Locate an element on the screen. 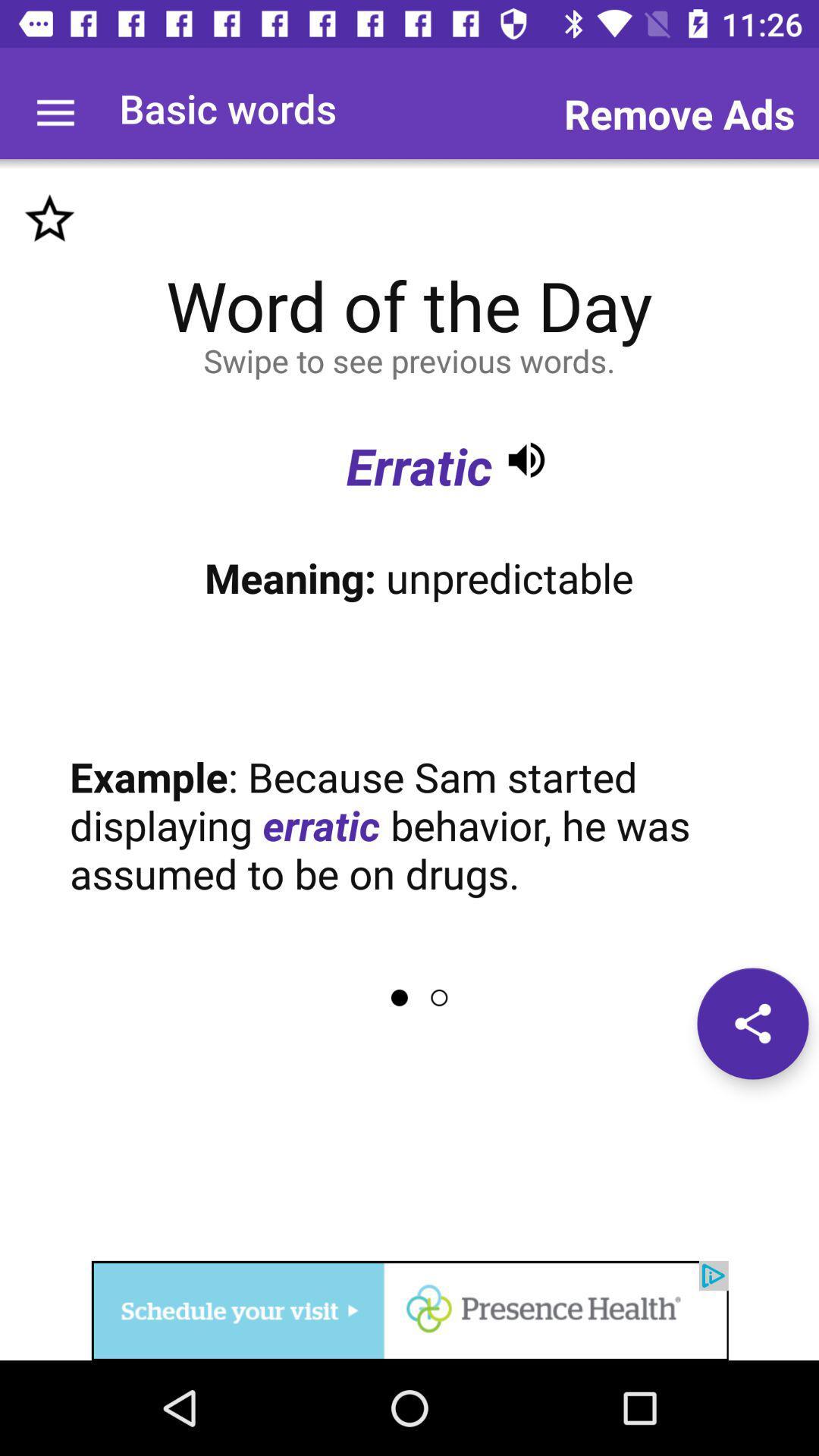  advertisement is located at coordinates (409, 1310).